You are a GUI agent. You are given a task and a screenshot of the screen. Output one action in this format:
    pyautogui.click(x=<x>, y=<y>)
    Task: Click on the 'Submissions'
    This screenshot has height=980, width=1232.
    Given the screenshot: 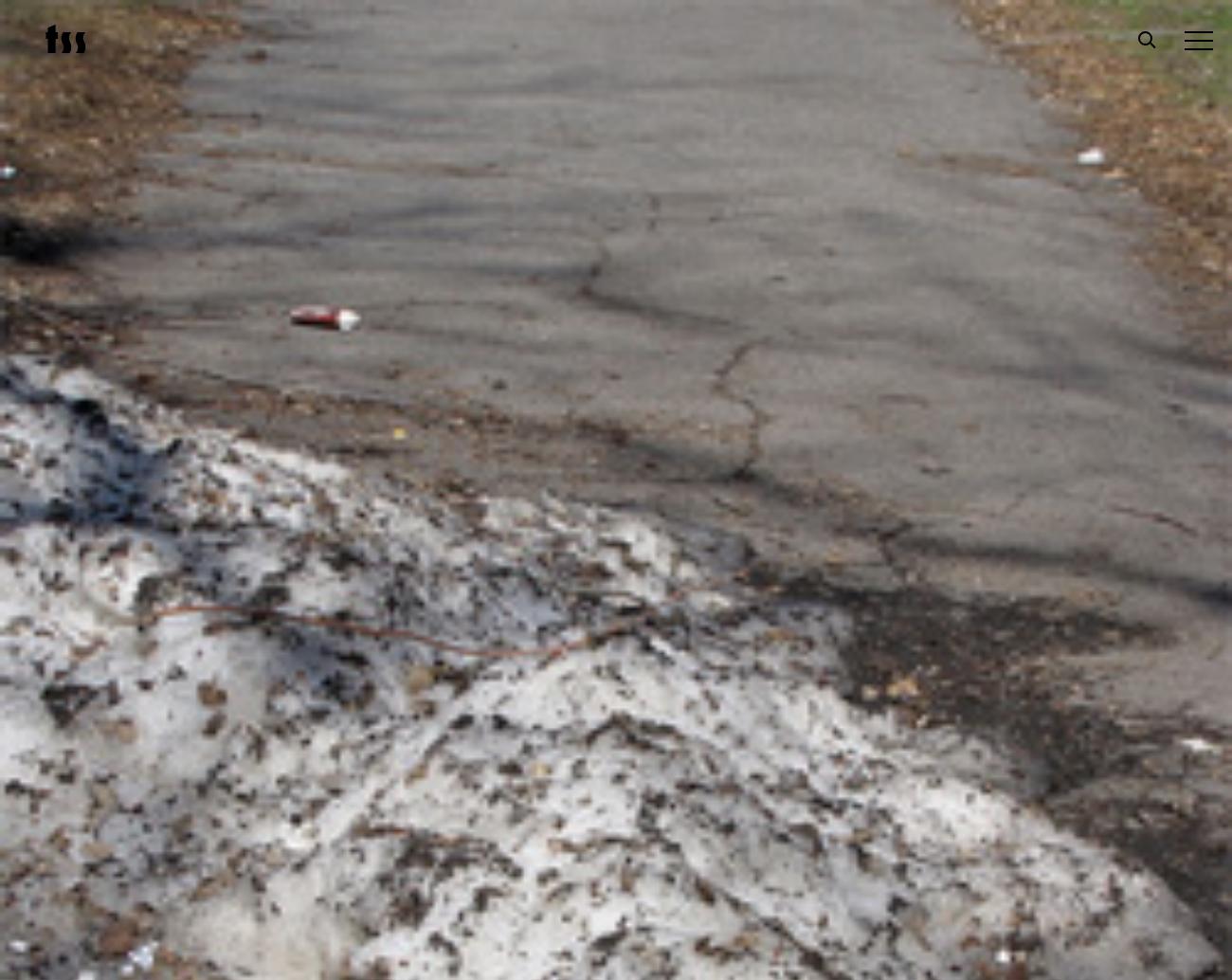 What is the action you would take?
    pyautogui.click(x=169, y=578)
    